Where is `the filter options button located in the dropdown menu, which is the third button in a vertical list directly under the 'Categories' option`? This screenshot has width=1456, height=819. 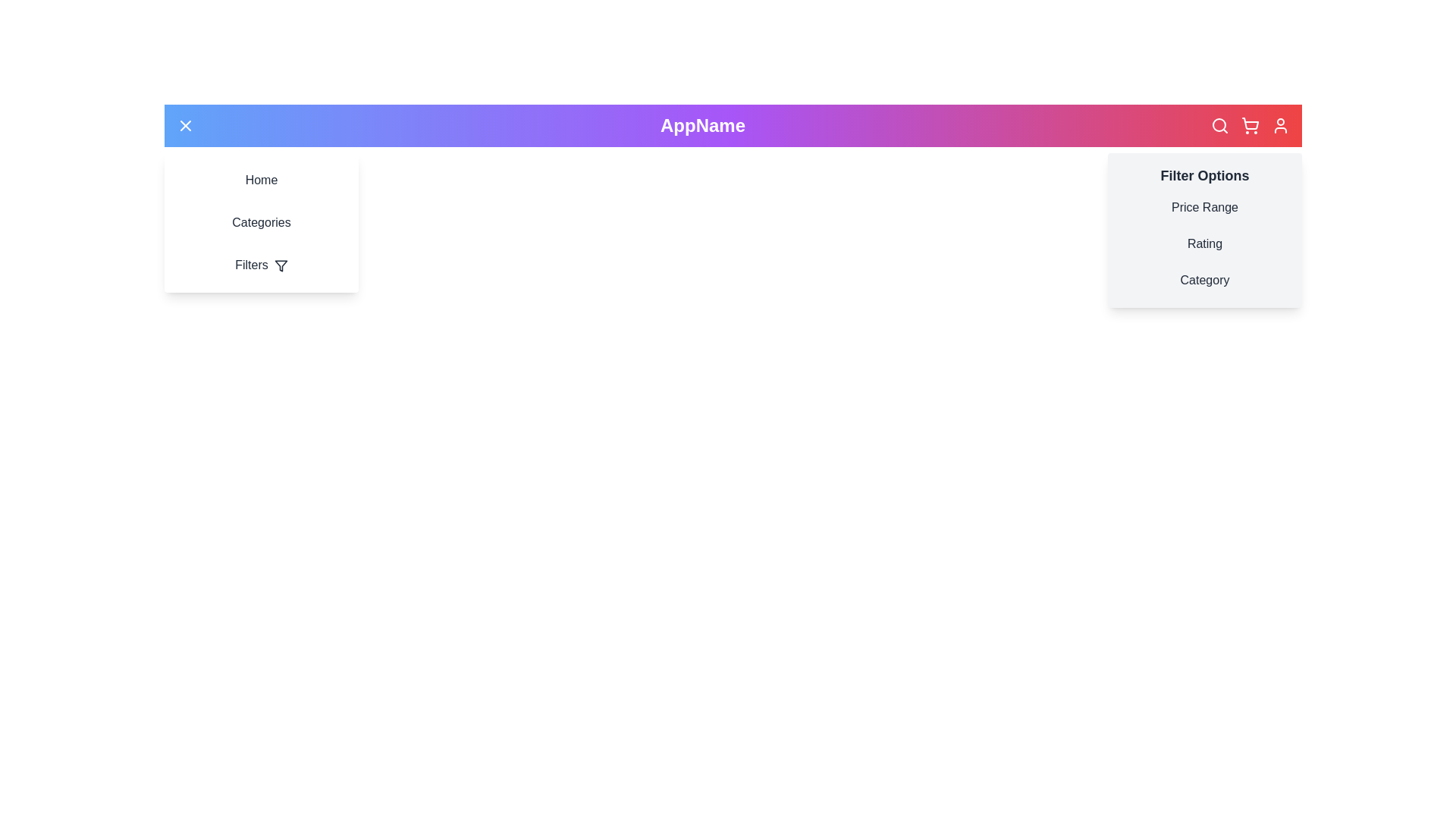
the filter options button located in the dropdown menu, which is the third button in a vertical list directly under the 'Categories' option is located at coordinates (262, 265).